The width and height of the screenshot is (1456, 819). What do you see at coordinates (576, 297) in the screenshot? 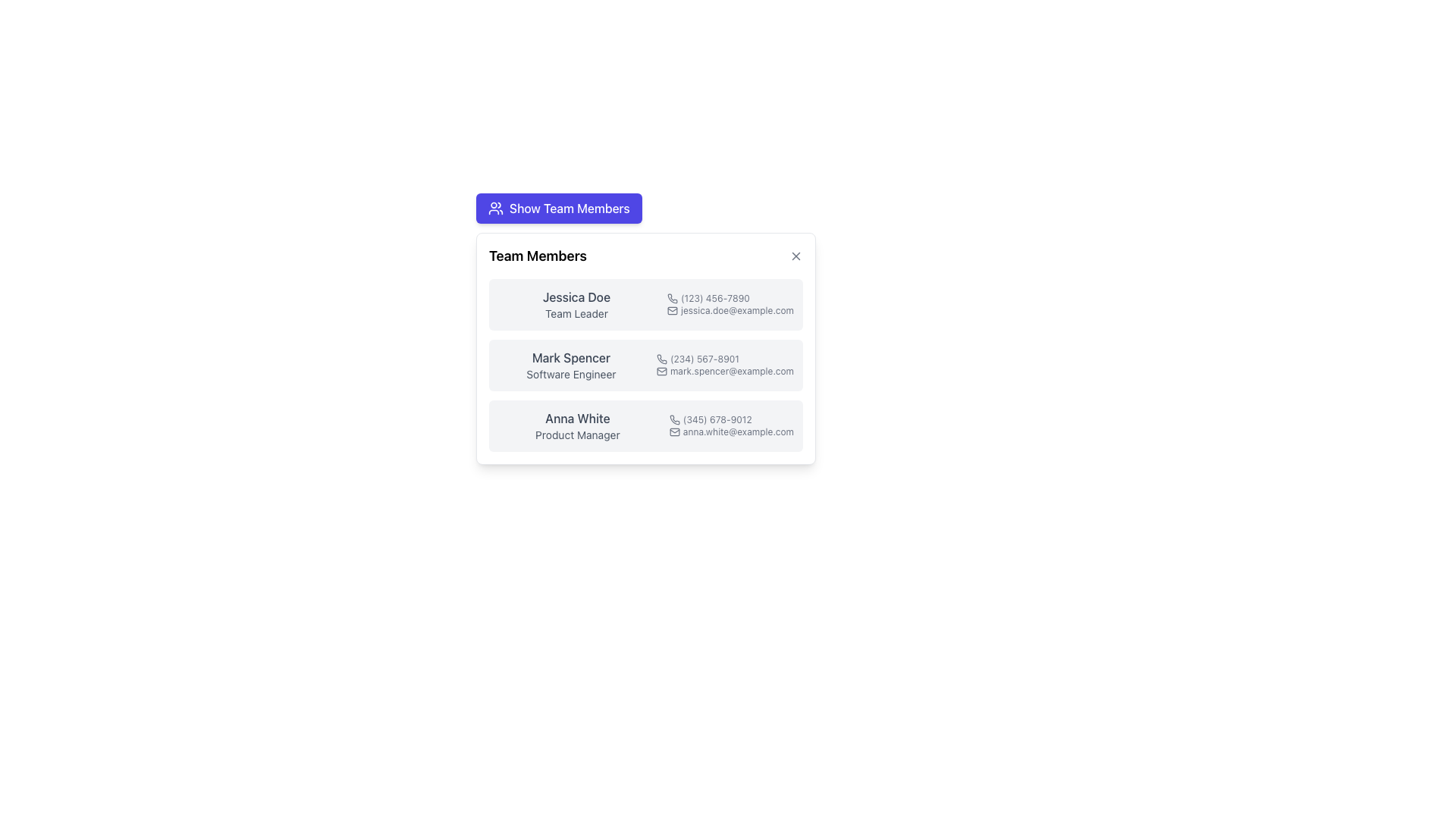
I see `the text label displaying the name of the team member` at bounding box center [576, 297].